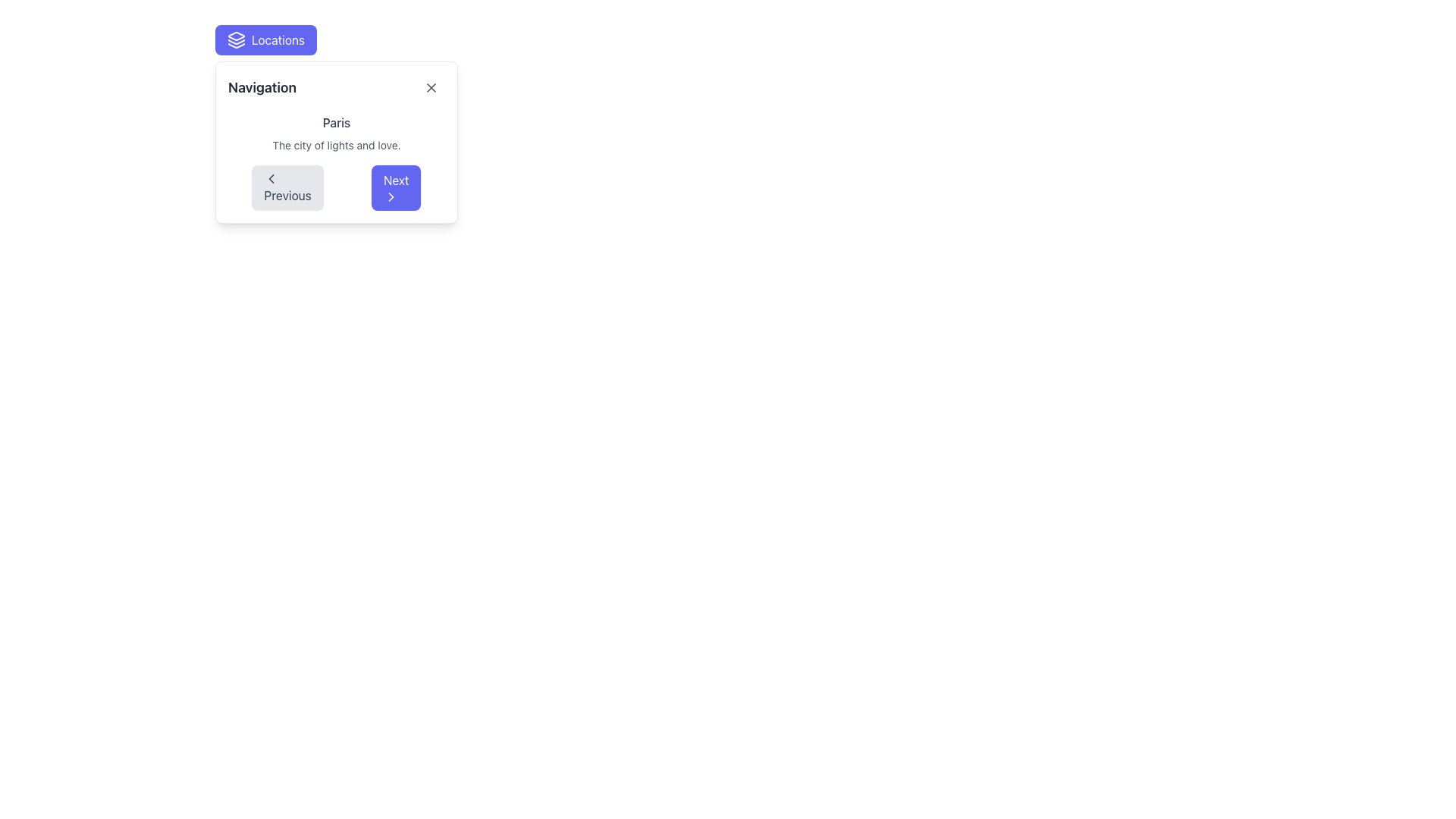  I want to click on the 'Navigation' label, which serves as a static textual heading for the section, so click(262, 87).